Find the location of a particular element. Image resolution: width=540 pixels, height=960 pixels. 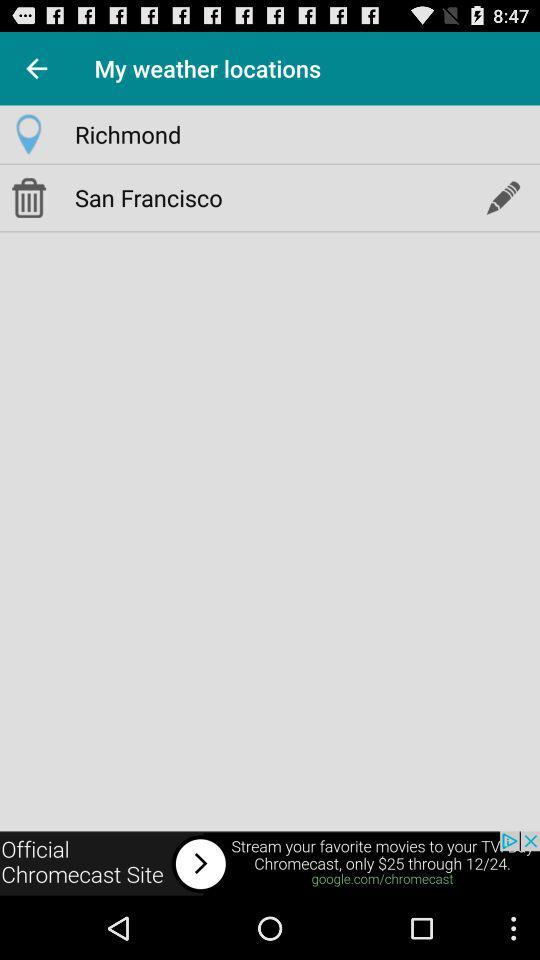

delete location is located at coordinates (28, 197).